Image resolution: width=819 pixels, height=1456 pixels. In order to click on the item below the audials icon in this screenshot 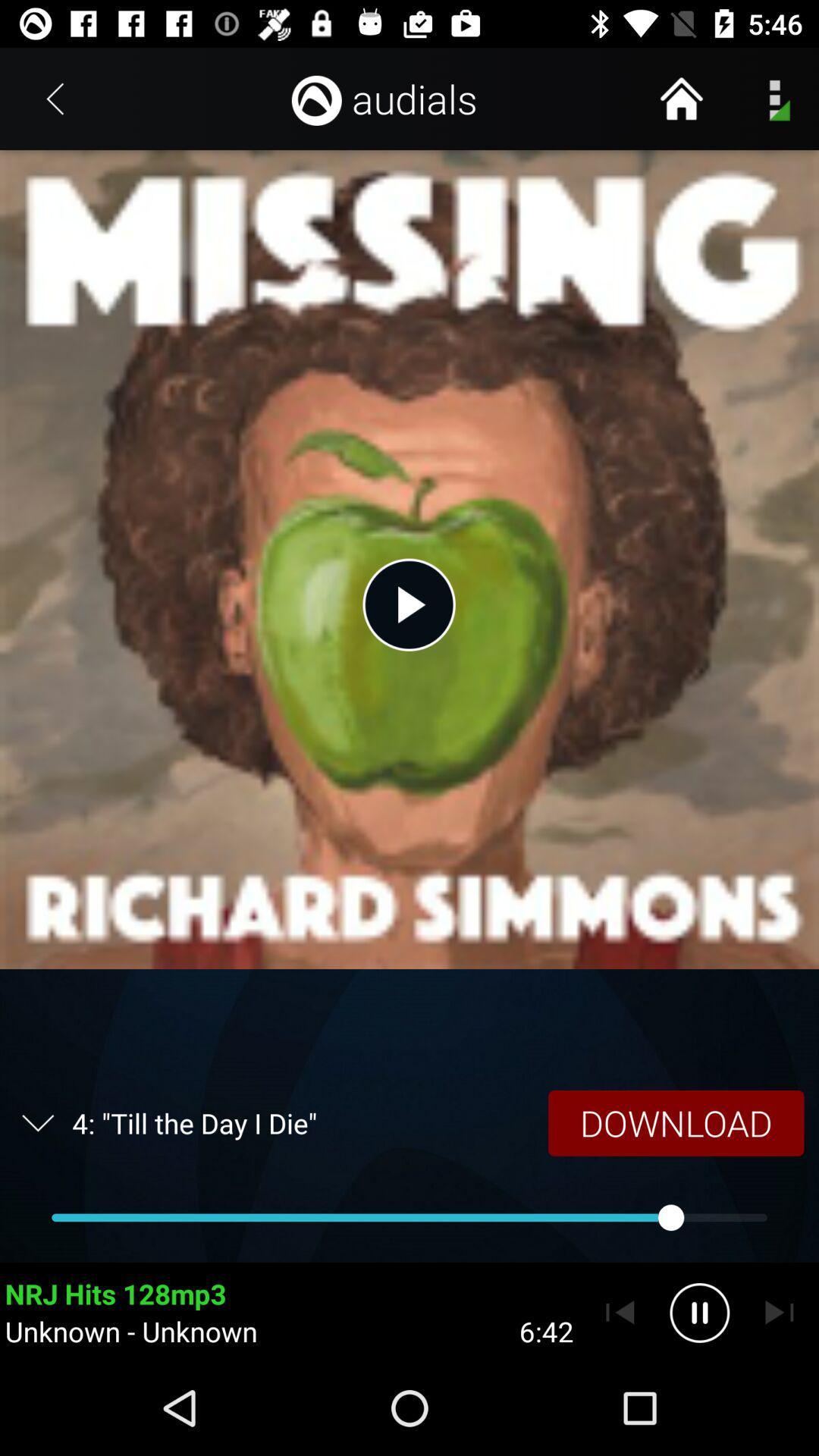, I will do `click(408, 604)`.